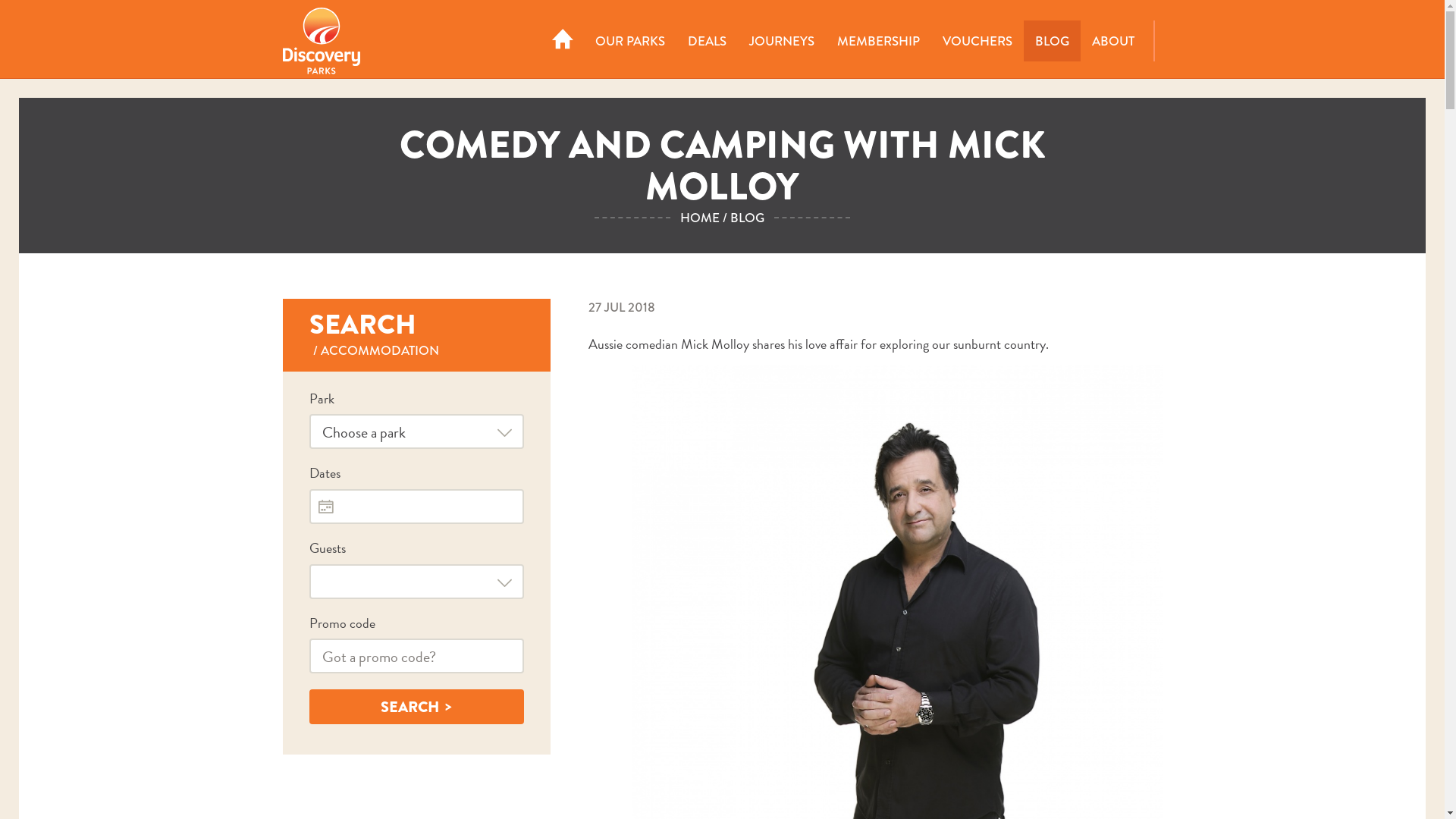  What do you see at coordinates (698, 218) in the screenshot?
I see `'HOME'` at bounding box center [698, 218].